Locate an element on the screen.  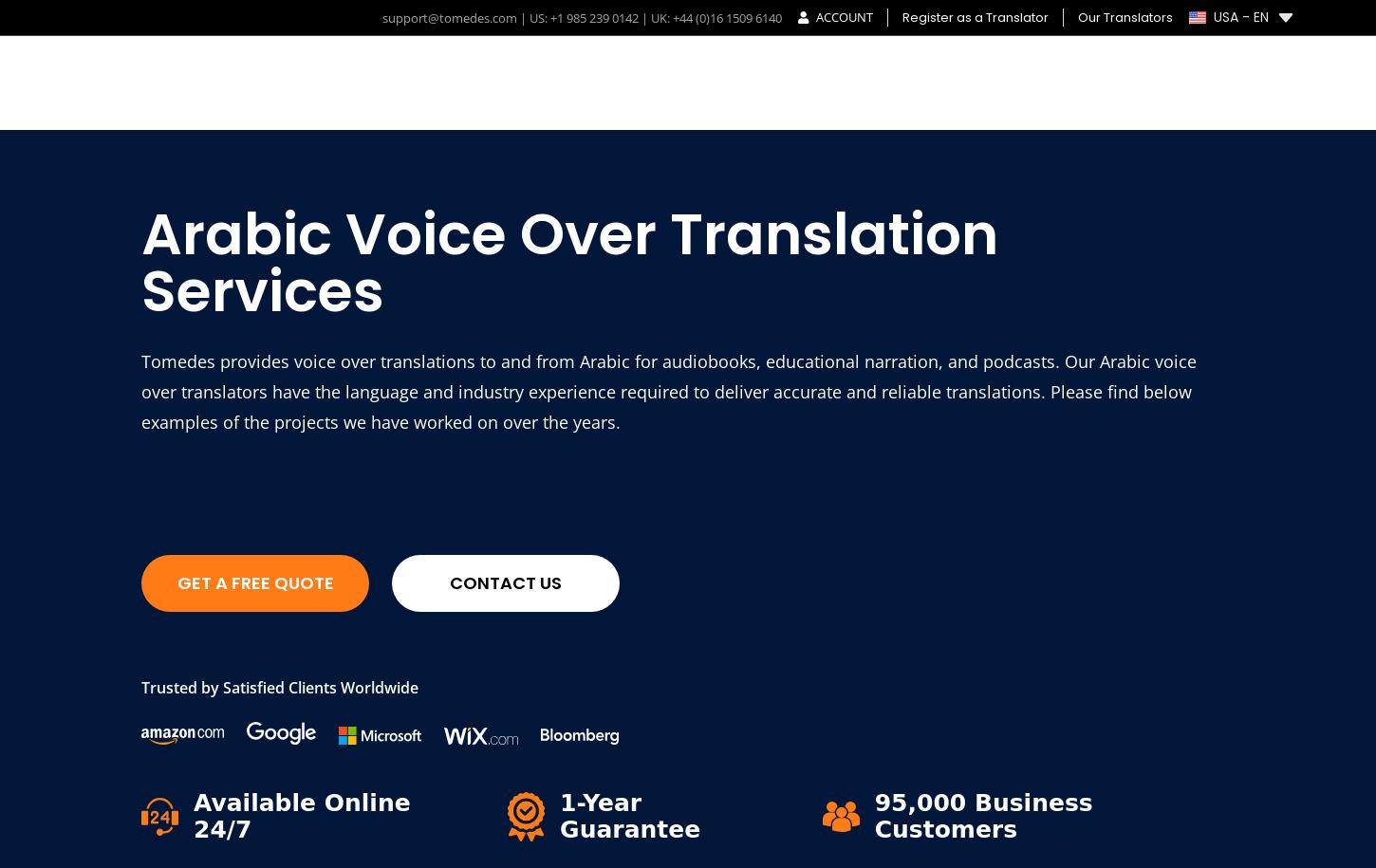
'Call: +44 (0)16 1509 6140' is located at coordinates (567, 735).